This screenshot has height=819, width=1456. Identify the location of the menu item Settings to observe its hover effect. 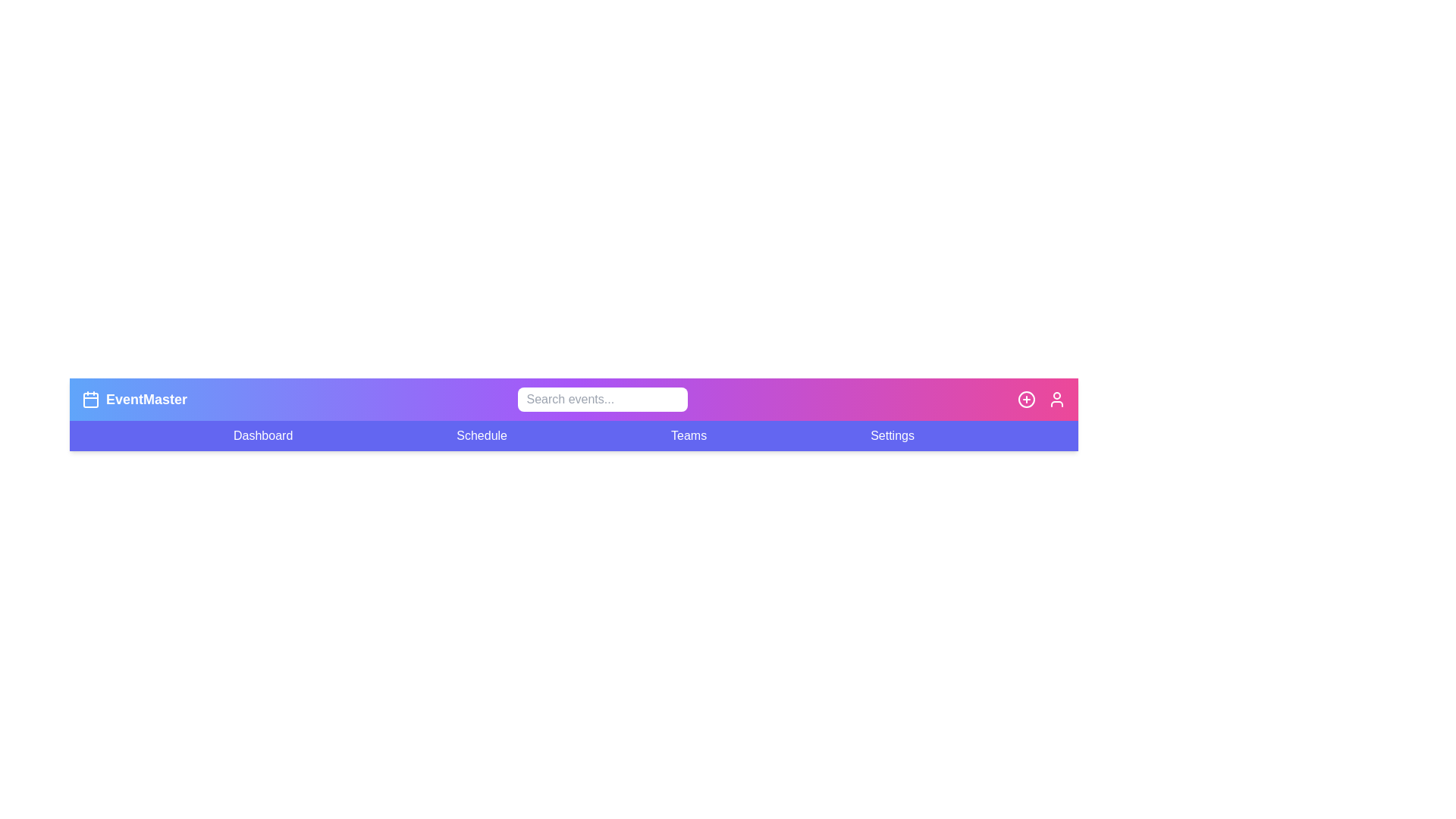
(892, 435).